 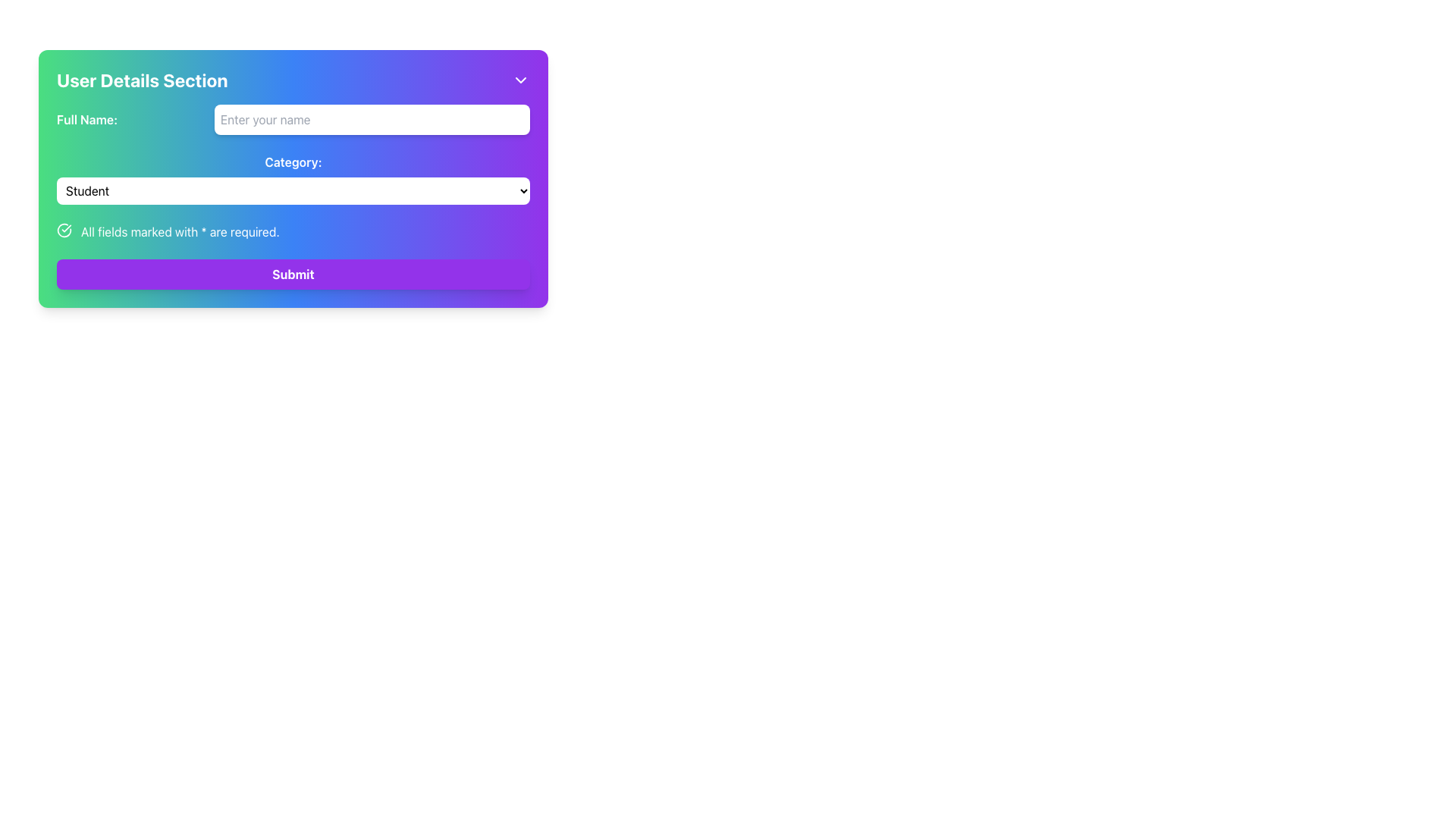 What do you see at coordinates (180, 231) in the screenshot?
I see `the informational text label indicating mandatory fields, positioned near the bottom of the interface, below input fields and above the 'Submit' button` at bounding box center [180, 231].